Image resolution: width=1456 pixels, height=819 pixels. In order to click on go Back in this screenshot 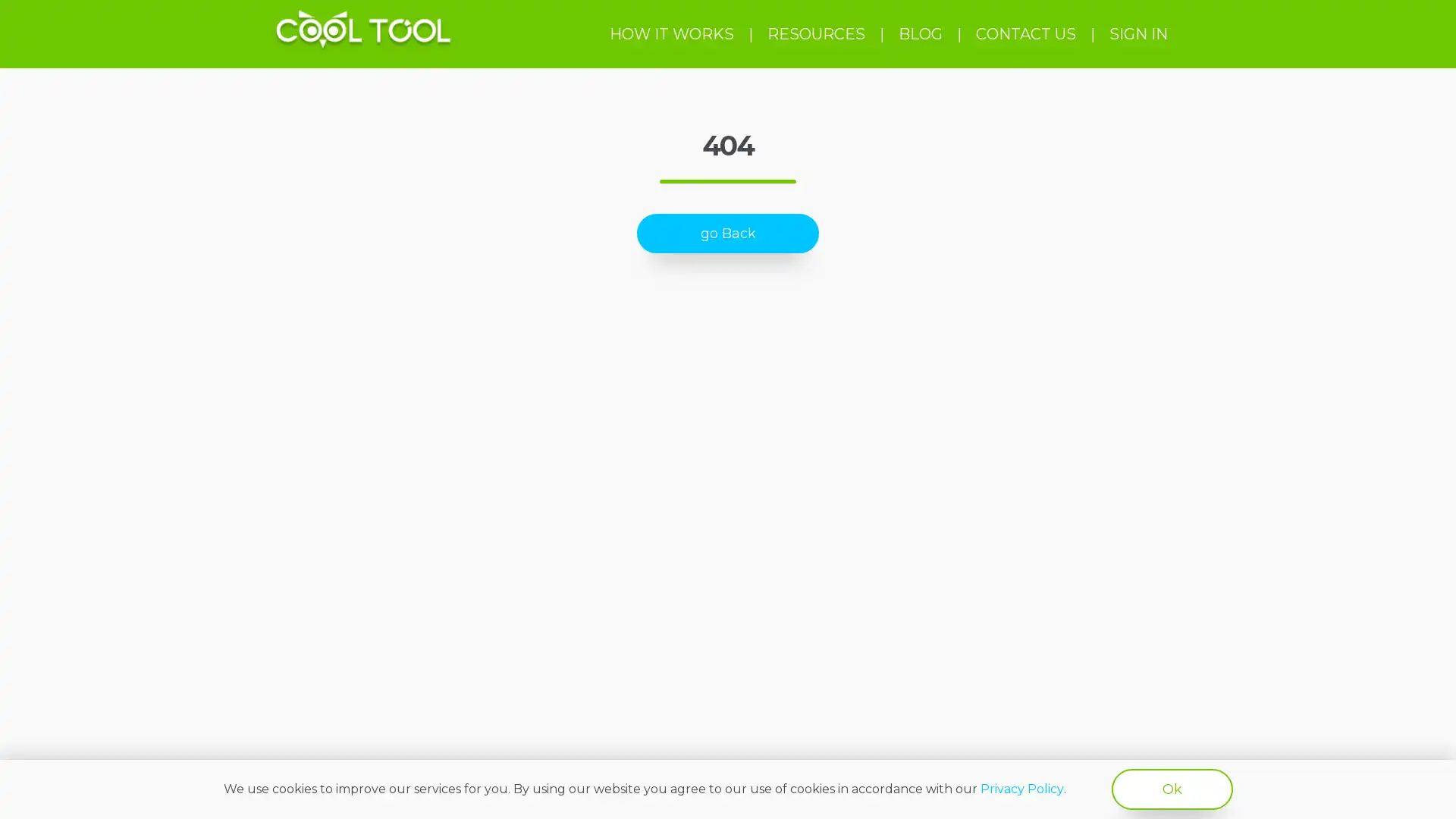, I will do `click(728, 234)`.